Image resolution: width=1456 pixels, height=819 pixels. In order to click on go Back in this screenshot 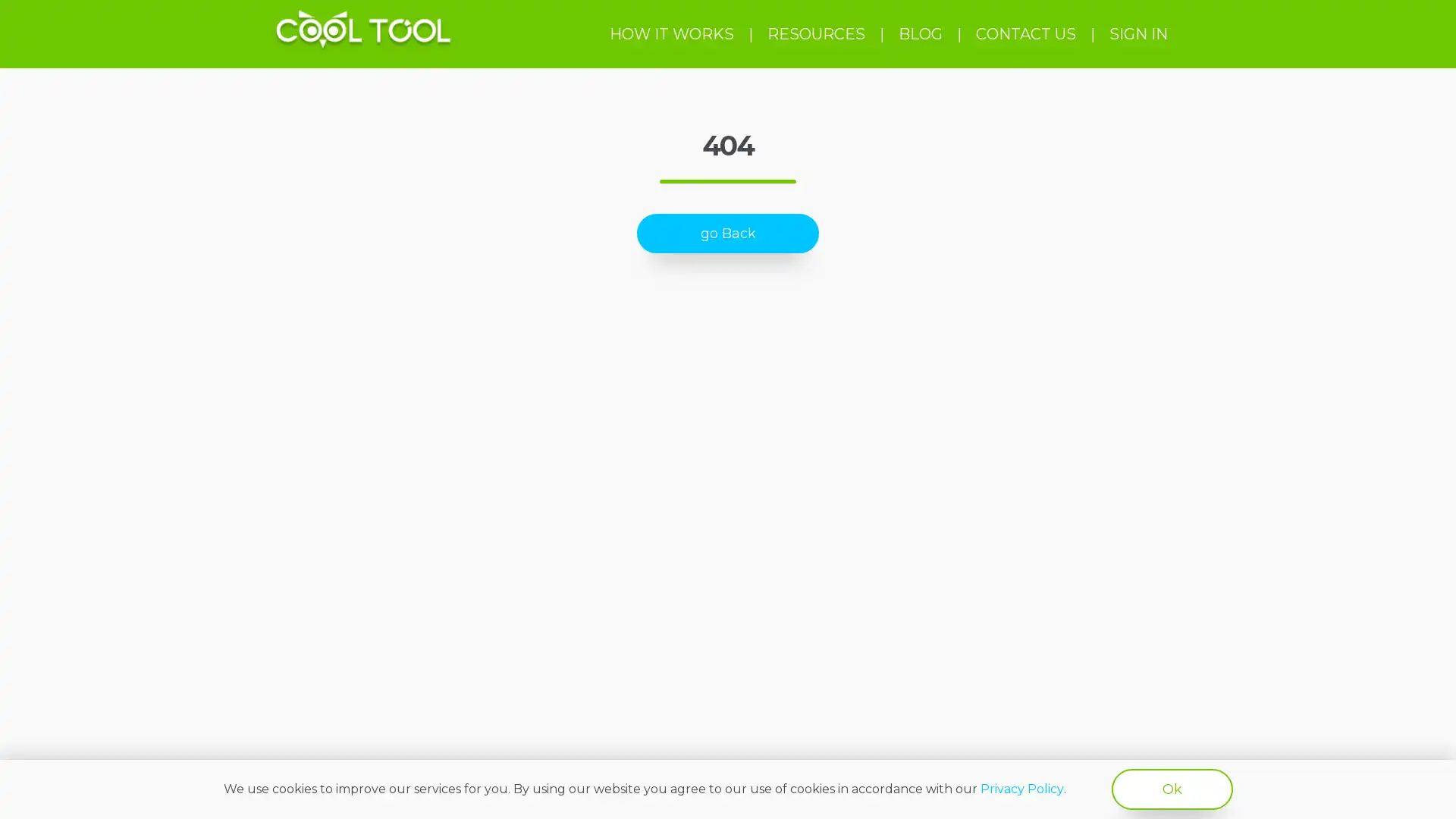, I will do `click(728, 234)`.